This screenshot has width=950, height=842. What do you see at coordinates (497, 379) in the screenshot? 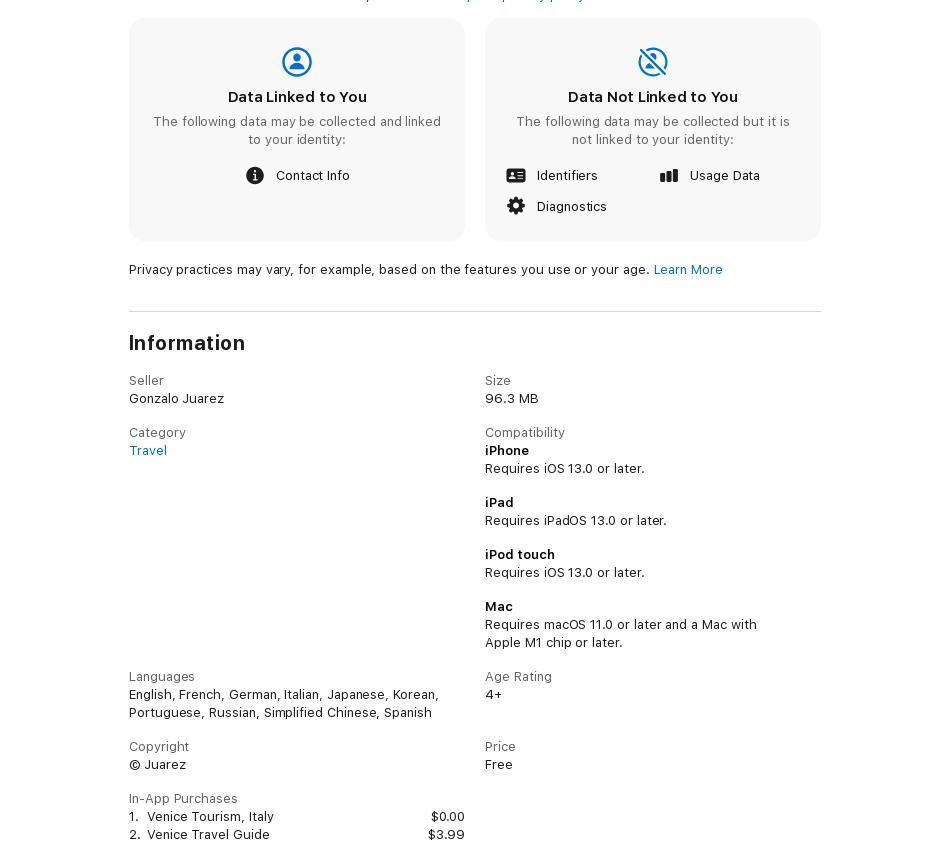
I see `'Size'` at bounding box center [497, 379].